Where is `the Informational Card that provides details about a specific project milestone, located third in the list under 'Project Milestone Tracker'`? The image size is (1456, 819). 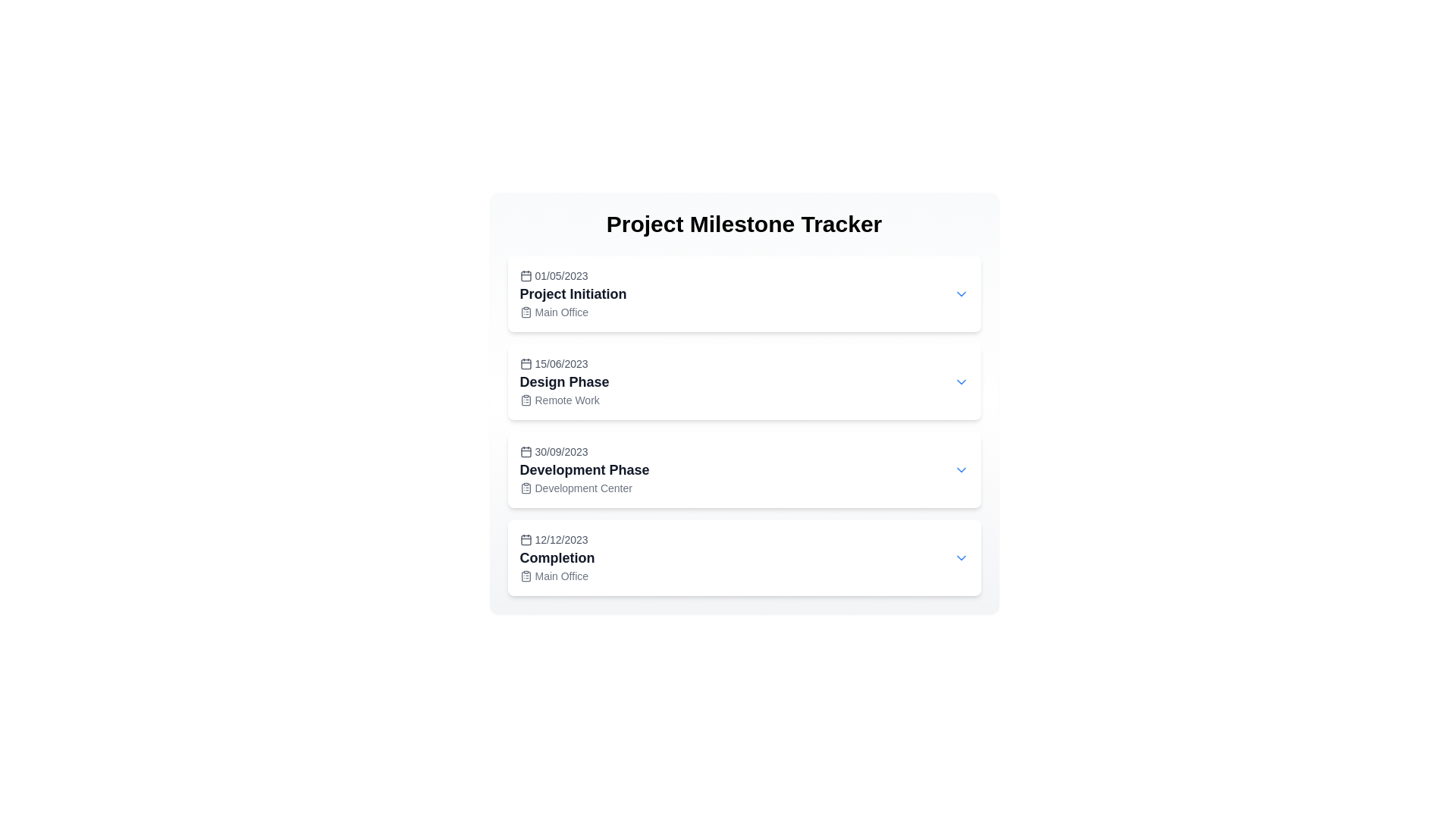
the Informational Card that provides details about a specific project milestone, located third in the list under 'Project Milestone Tracker' is located at coordinates (744, 469).